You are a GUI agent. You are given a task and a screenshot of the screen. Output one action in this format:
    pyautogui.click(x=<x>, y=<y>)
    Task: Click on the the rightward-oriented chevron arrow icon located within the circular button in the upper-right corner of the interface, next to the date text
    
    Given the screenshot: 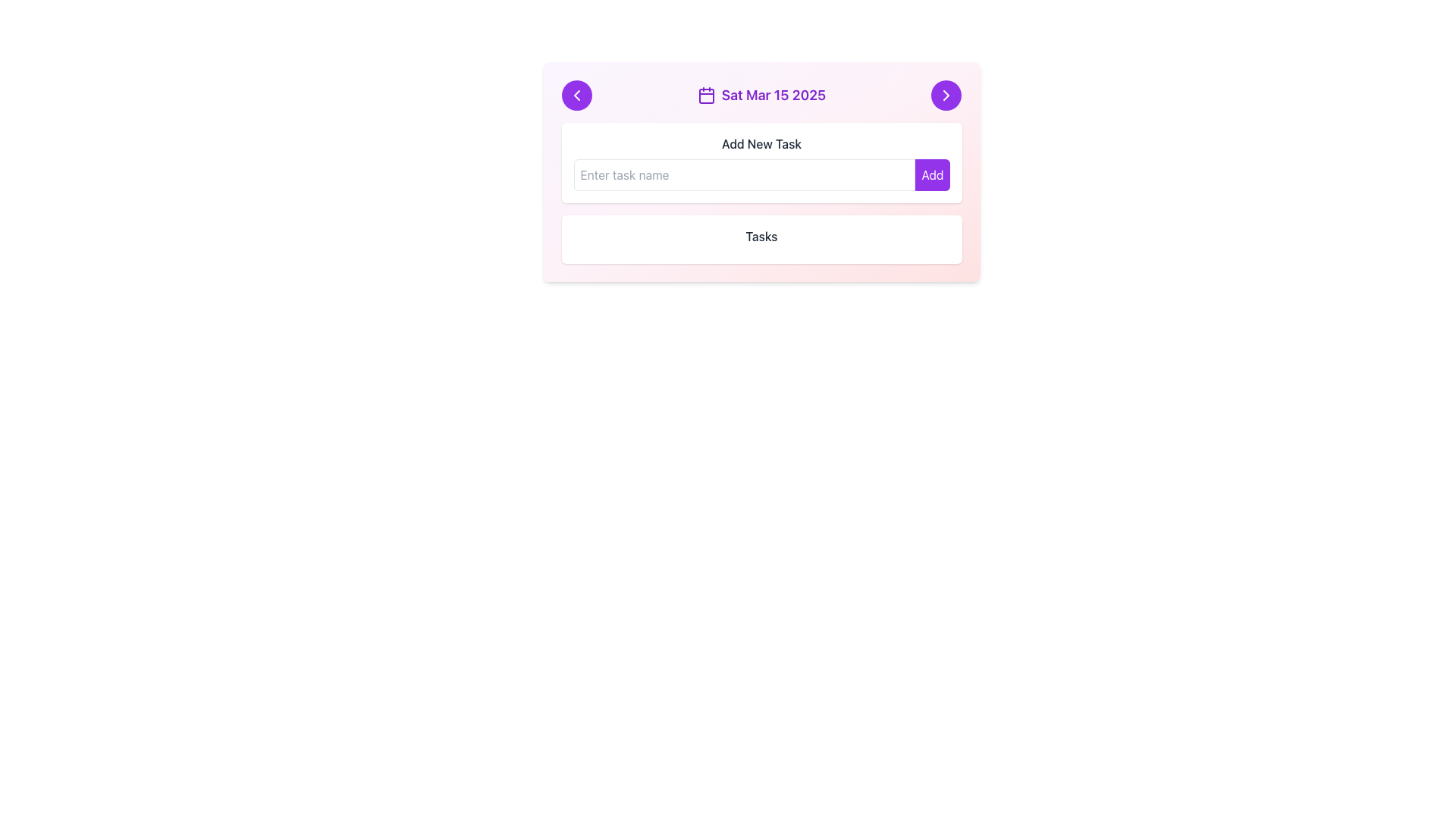 What is the action you would take?
    pyautogui.click(x=946, y=96)
    